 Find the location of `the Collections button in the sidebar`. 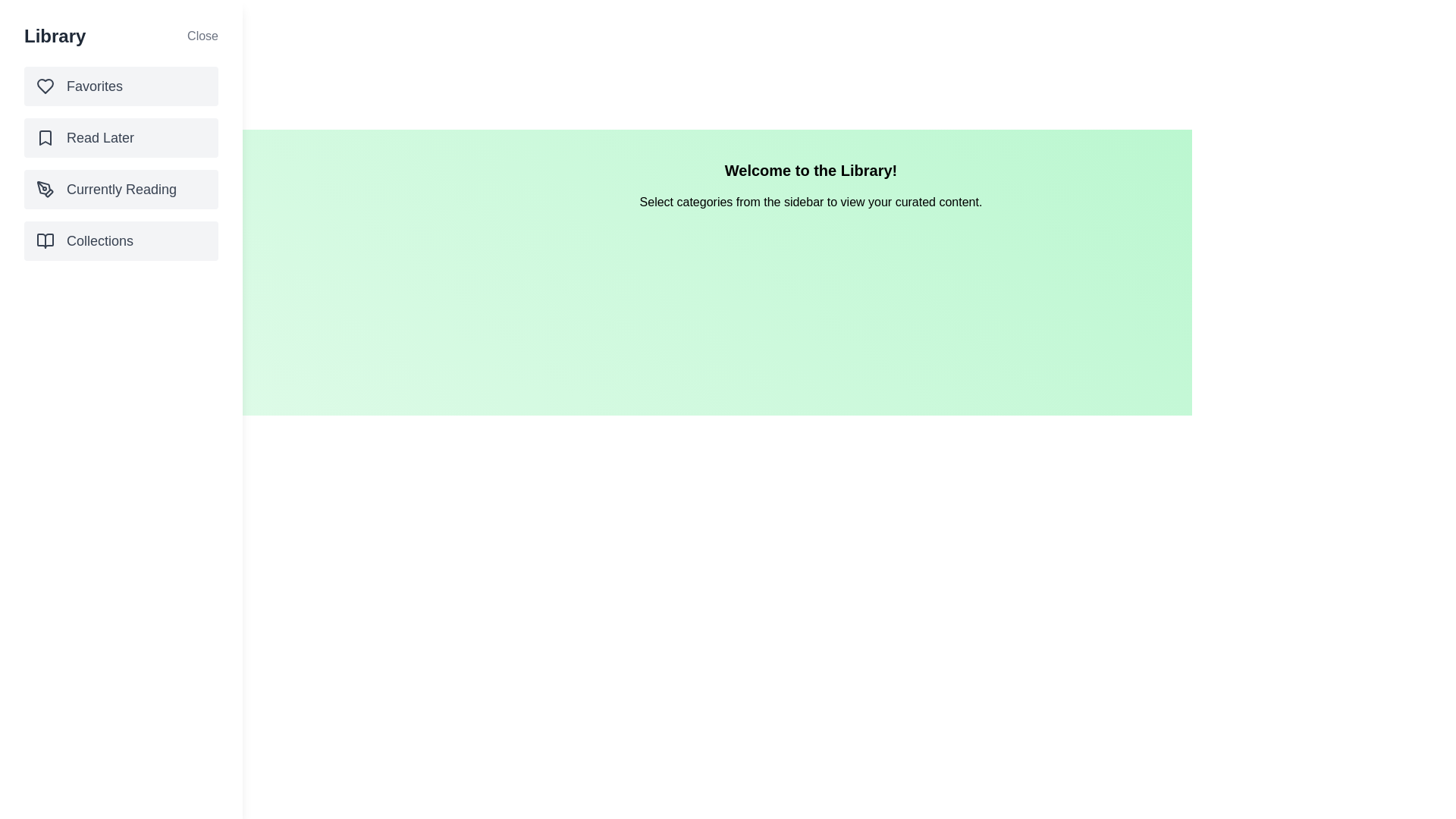

the Collections button in the sidebar is located at coordinates (120, 240).